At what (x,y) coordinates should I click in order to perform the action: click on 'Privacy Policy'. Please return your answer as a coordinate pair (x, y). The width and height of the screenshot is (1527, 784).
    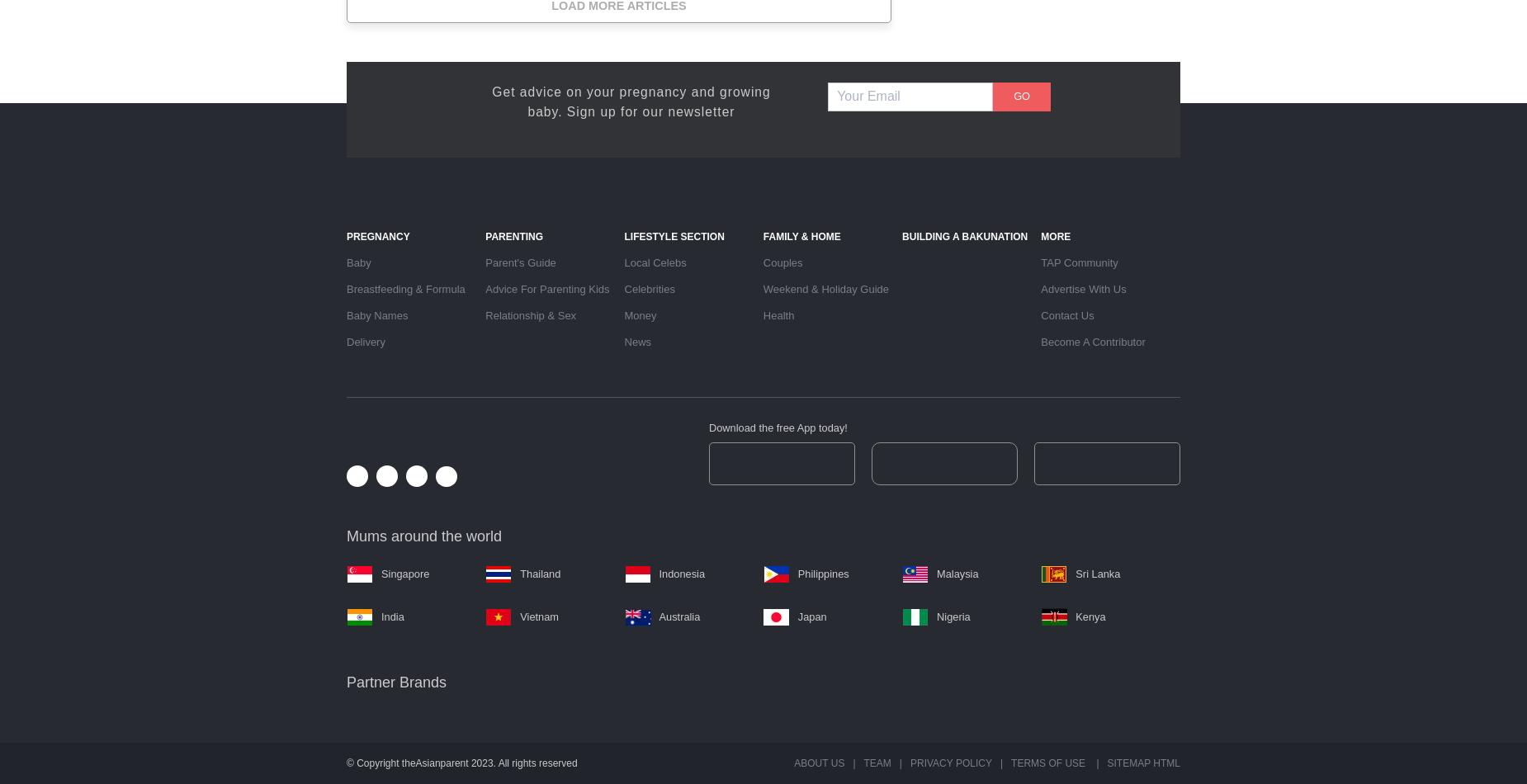
    Looking at the image, I should click on (949, 763).